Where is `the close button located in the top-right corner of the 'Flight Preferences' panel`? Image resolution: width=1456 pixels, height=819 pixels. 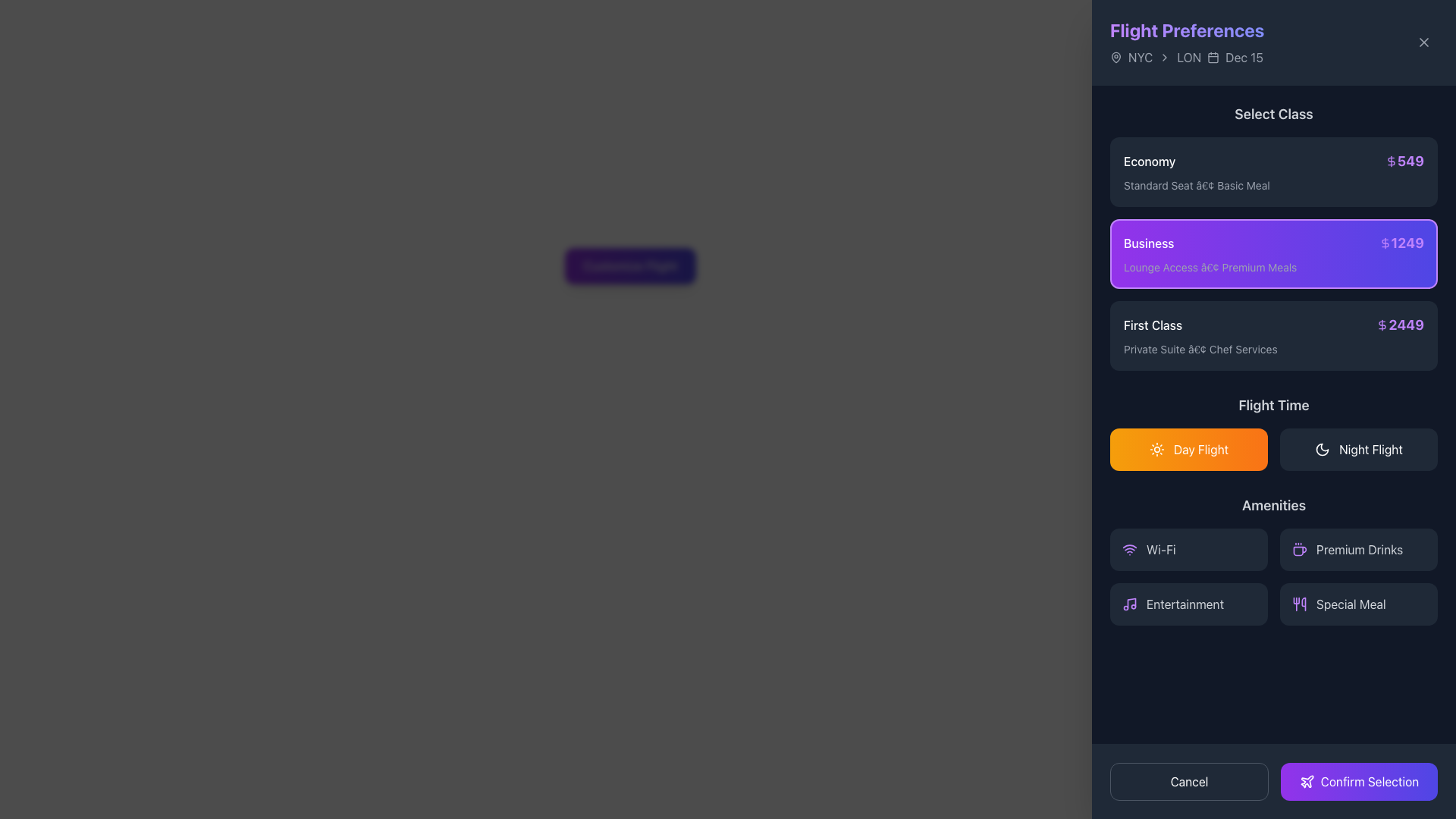 the close button located in the top-right corner of the 'Flight Preferences' panel is located at coordinates (1423, 42).